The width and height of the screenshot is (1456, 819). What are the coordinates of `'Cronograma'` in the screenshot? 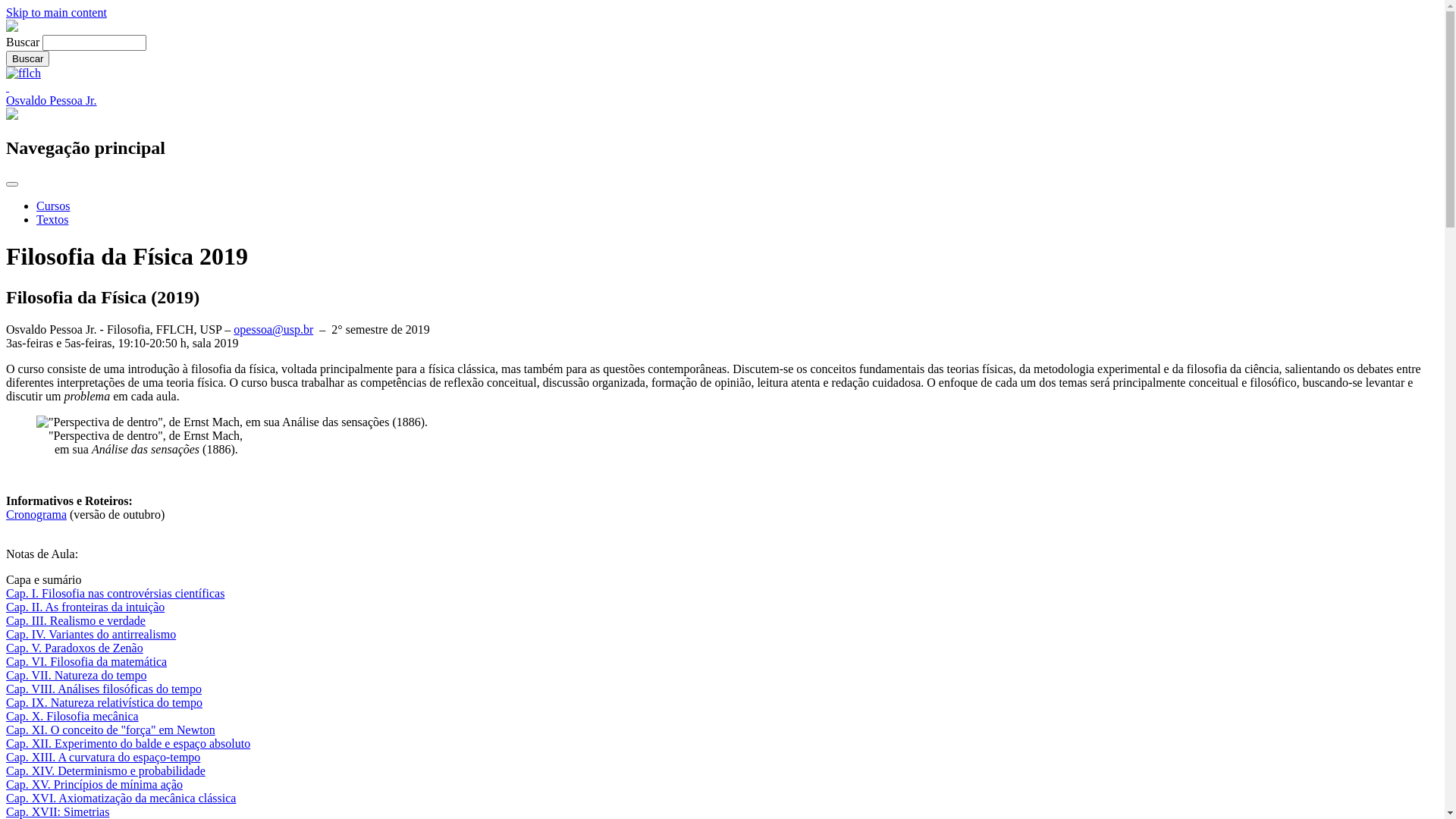 It's located at (36, 513).